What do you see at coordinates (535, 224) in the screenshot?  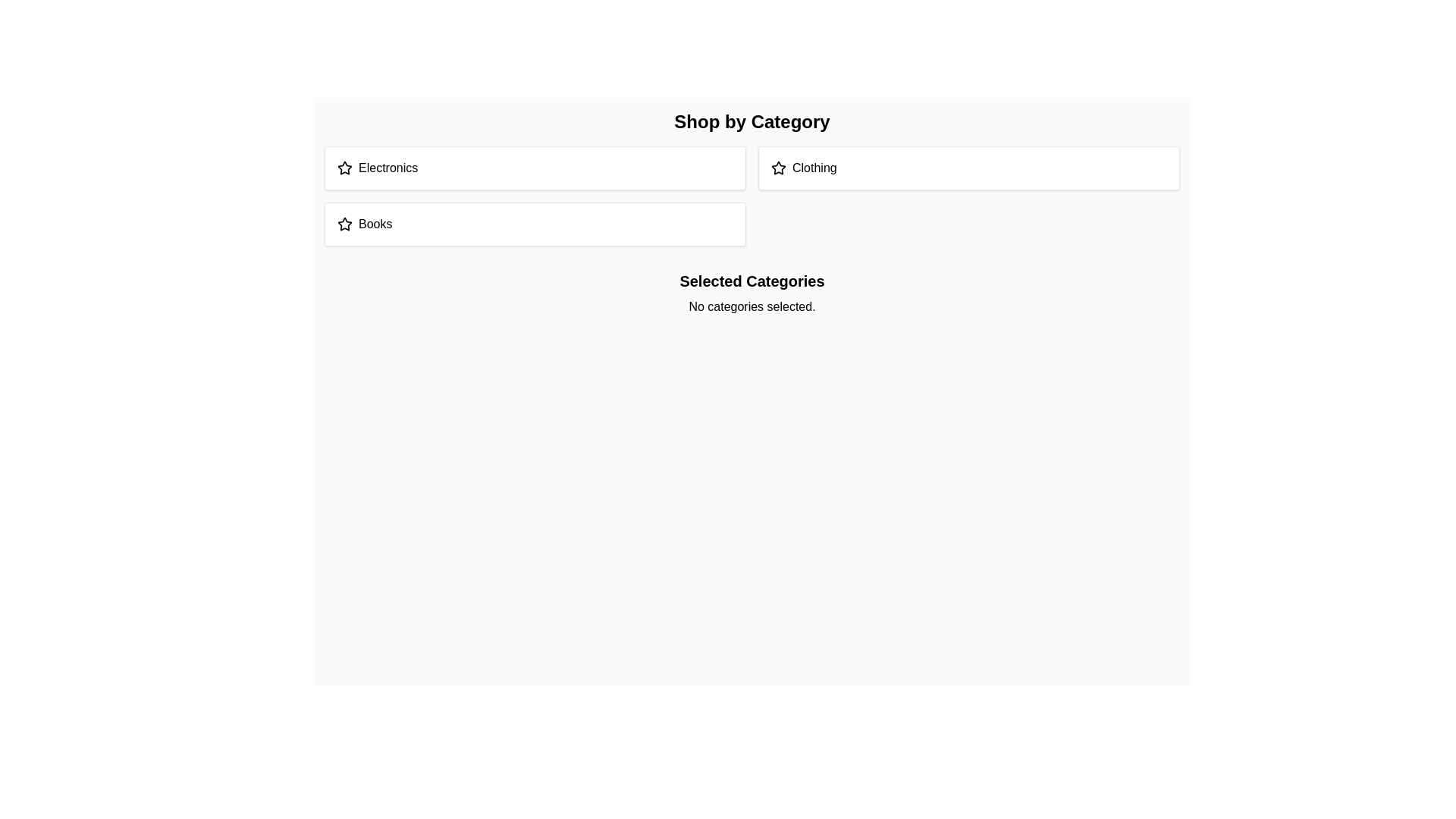 I see `the 'Books' selection button located under the 'Shop by Category' section` at bounding box center [535, 224].